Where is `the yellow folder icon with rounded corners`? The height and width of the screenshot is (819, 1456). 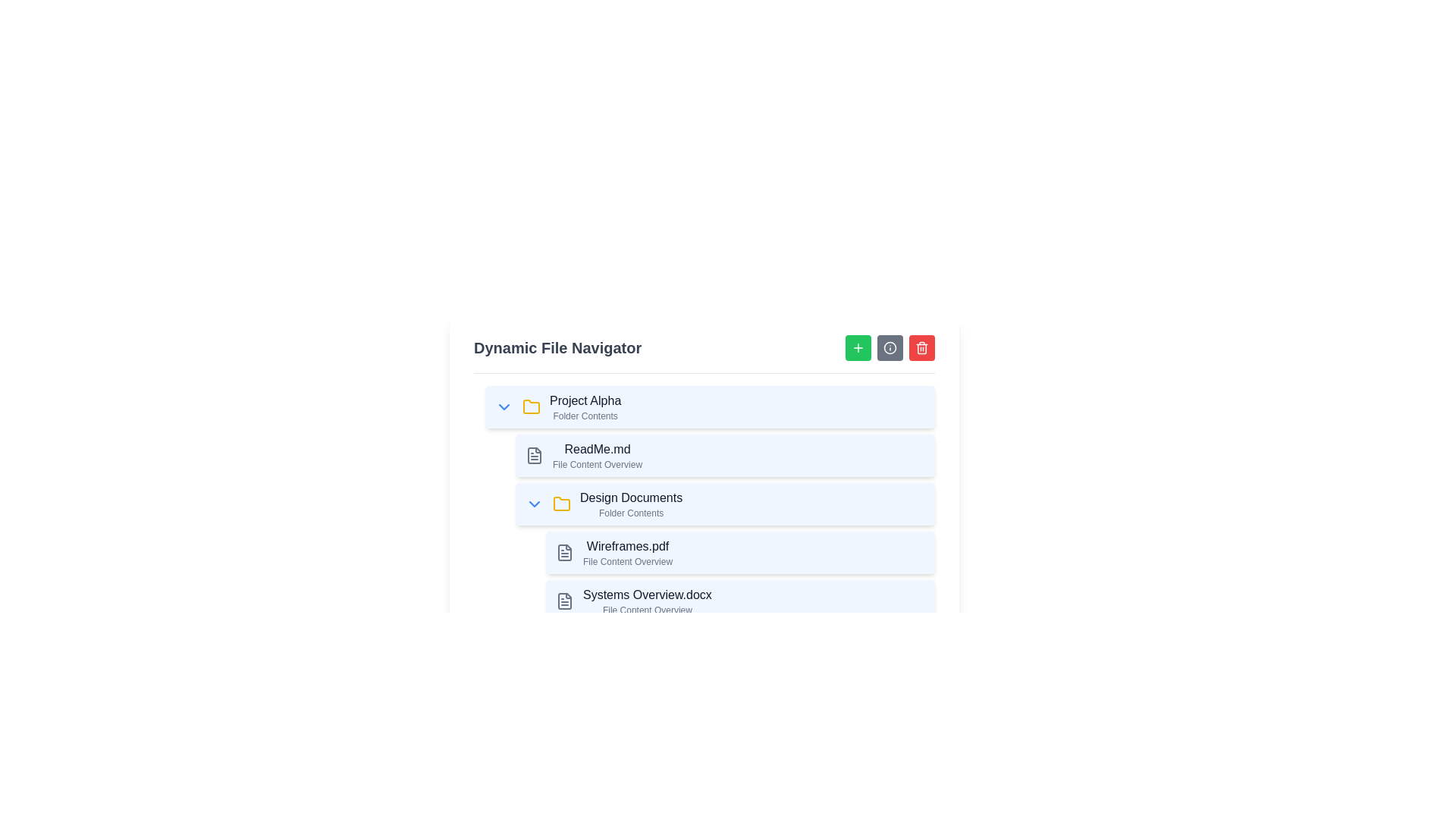
the yellow folder icon with rounded corners is located at coordinates (560, 504).